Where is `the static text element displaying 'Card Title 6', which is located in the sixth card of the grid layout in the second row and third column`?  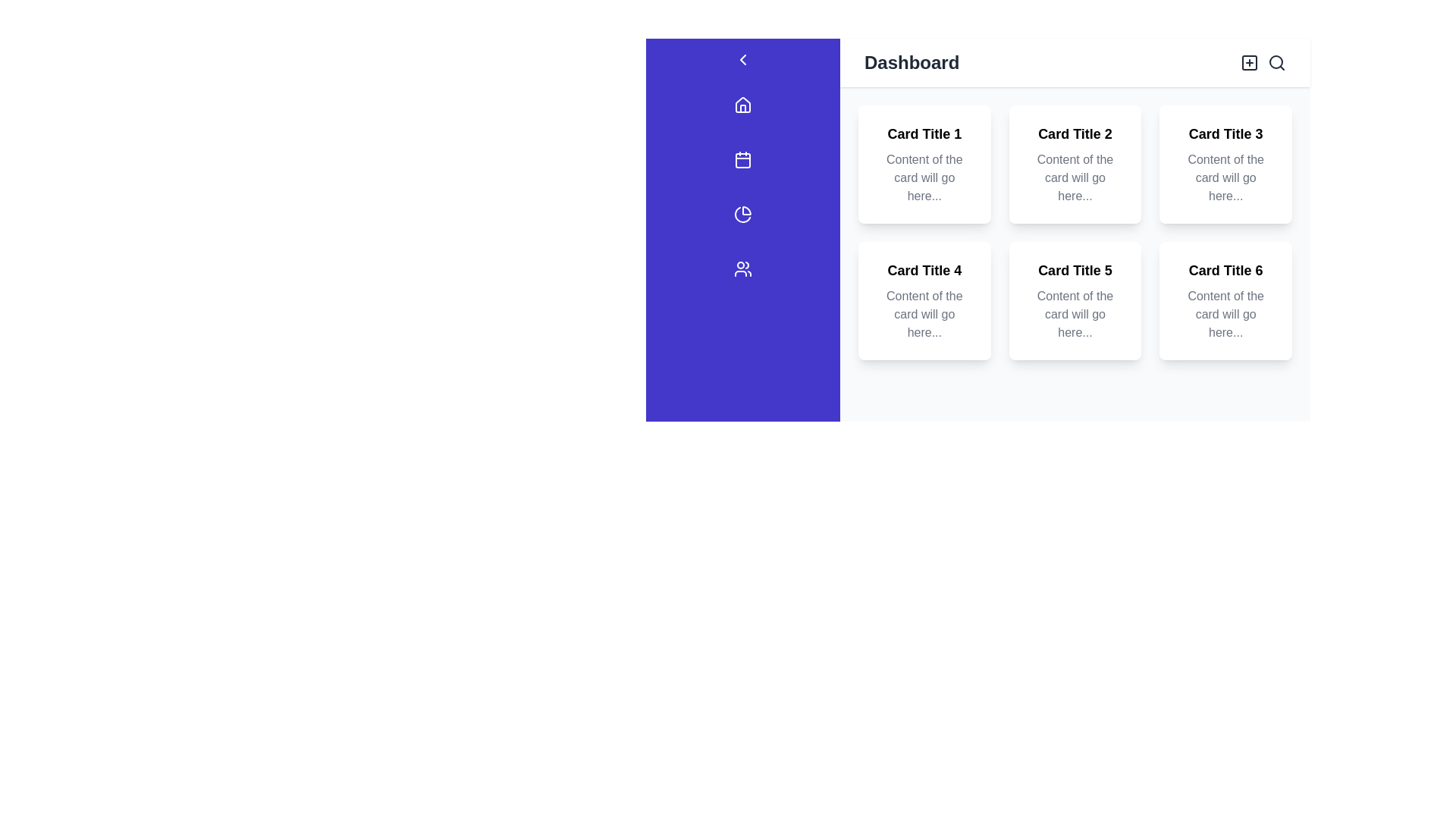 the static text element displaying 'Card Title 6', which is located in the sixth card of the grid layout in the second row and third column is located at coordinates (1225, 270).